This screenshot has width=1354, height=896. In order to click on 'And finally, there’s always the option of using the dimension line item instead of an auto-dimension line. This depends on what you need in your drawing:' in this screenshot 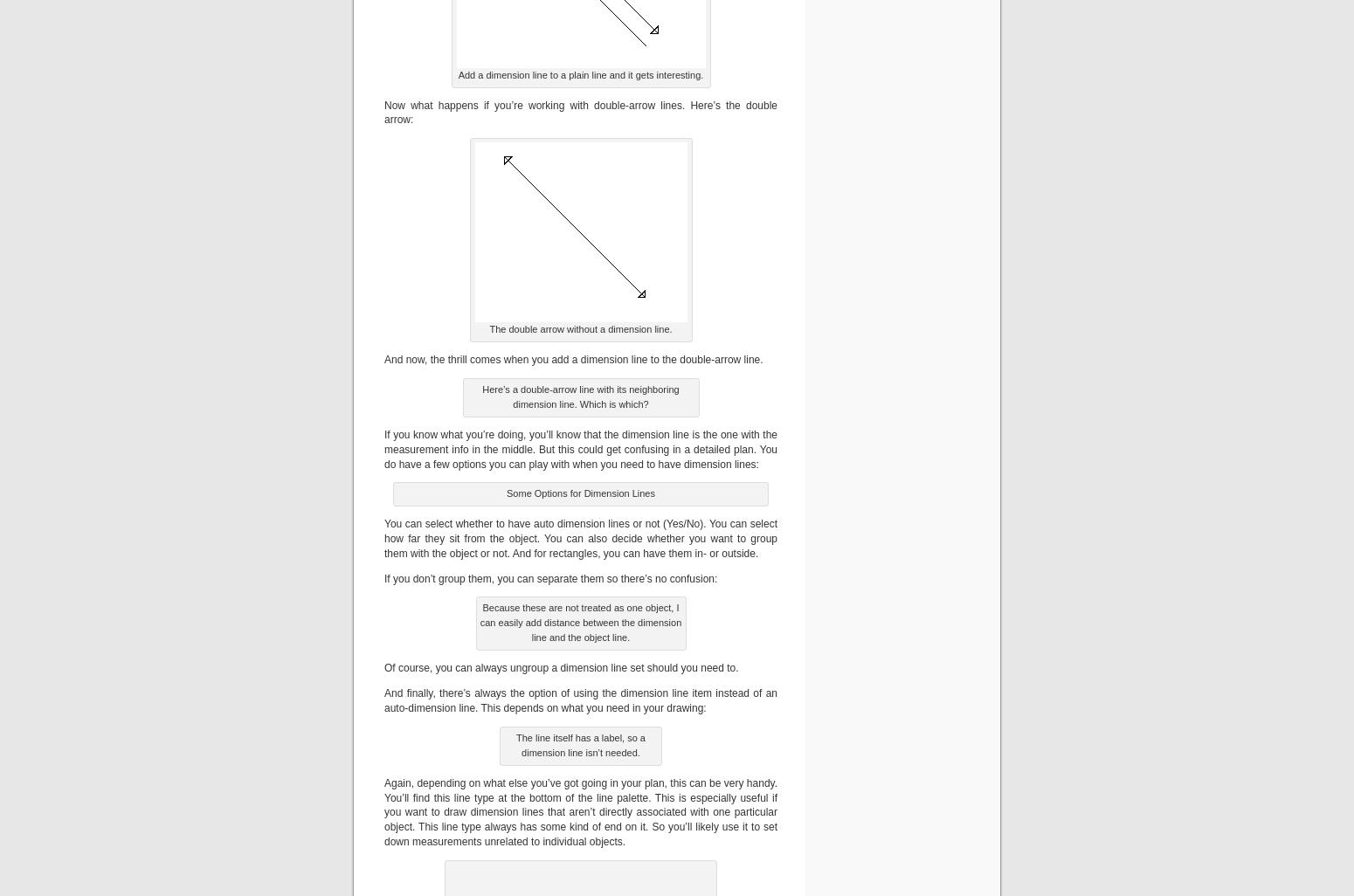, I will do `click(579, 700)`.